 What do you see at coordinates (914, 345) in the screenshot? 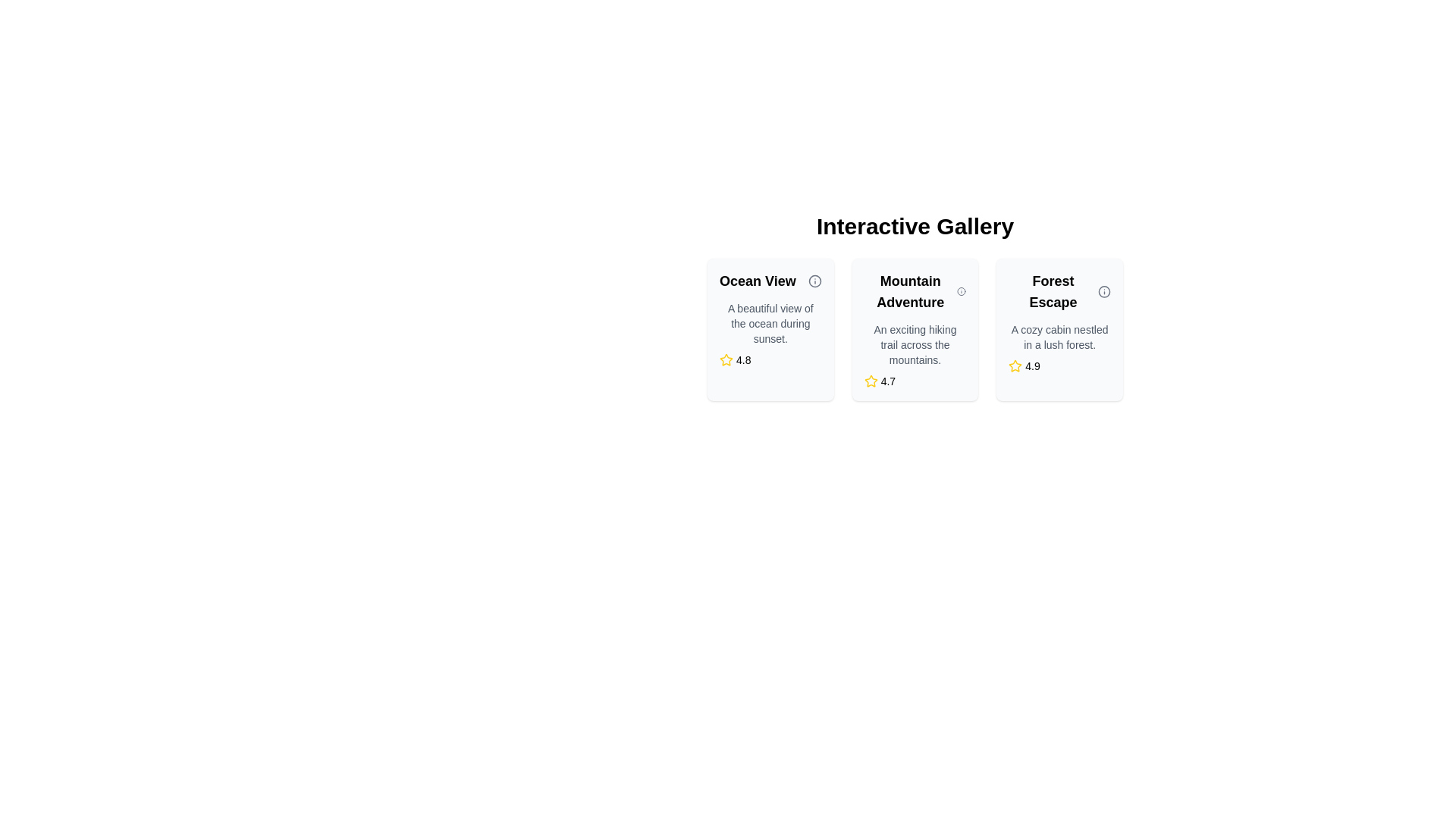
I see `the static text providing details about the hiking trail in the 'Mountain Adventure' card, located below the main title and above the star rating section` at bounding box center [914, 345].